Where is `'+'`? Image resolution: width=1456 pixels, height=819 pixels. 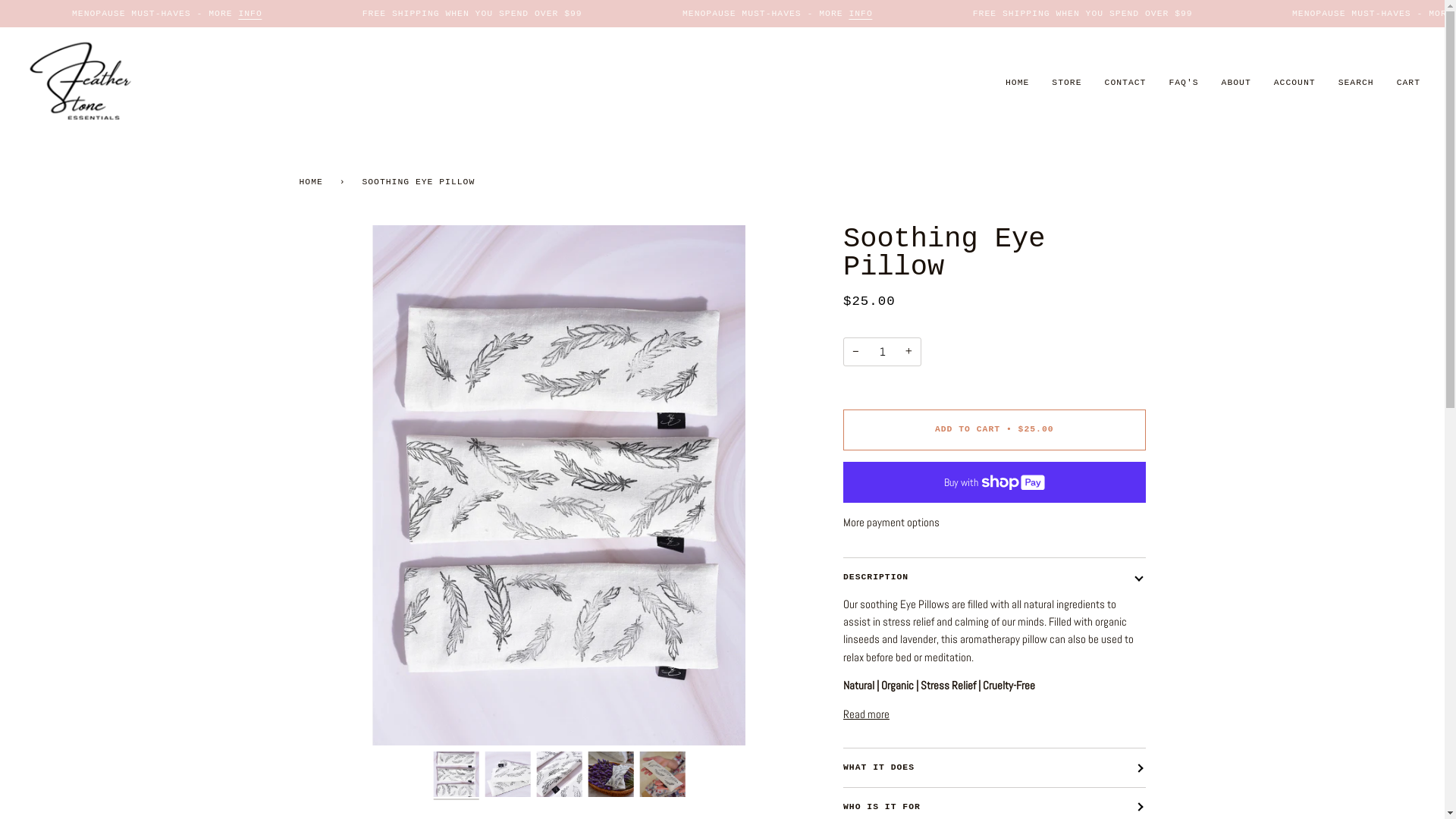 '+' is located at coordinates (908, 352).